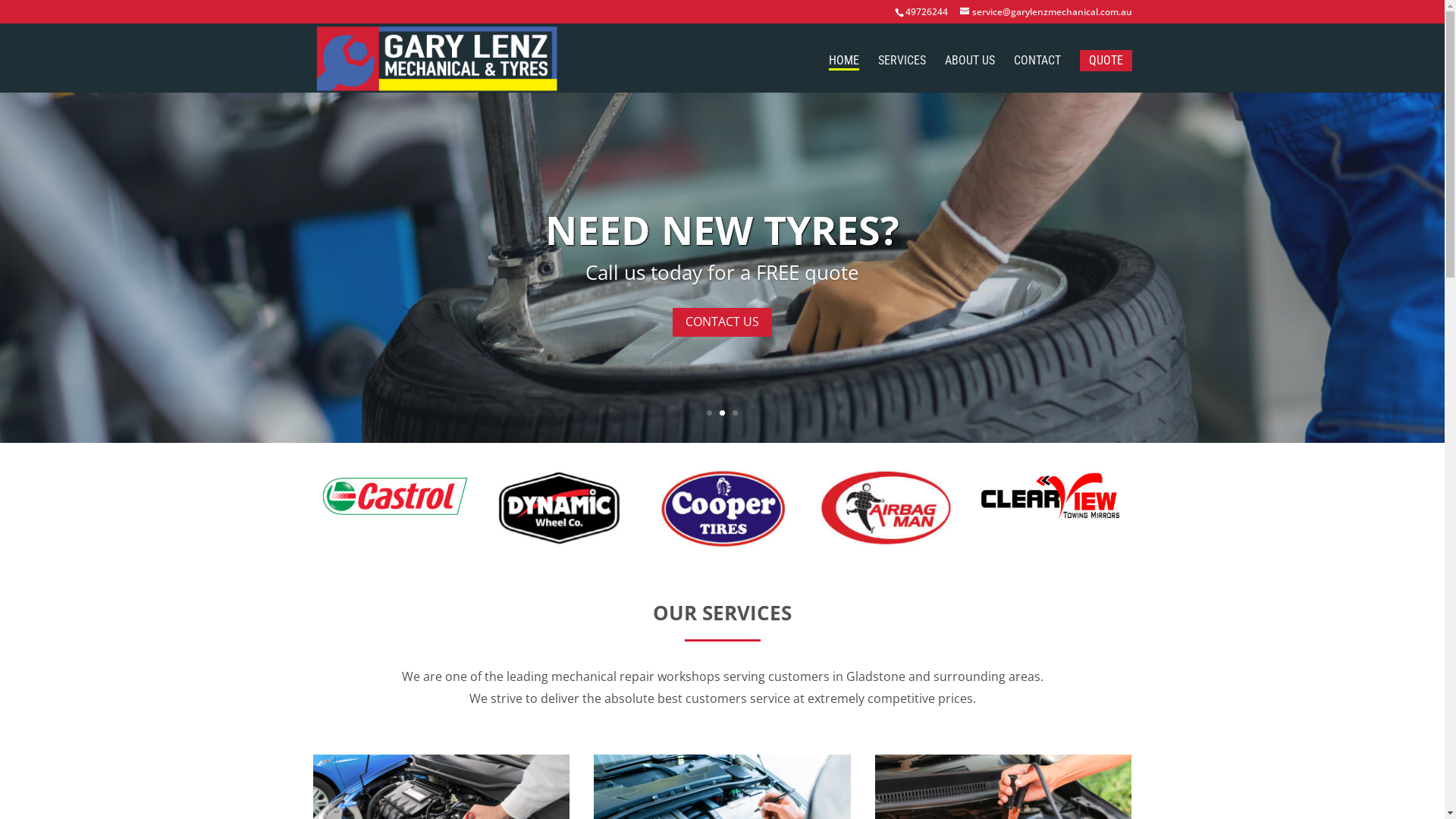 The height and width of the screenshot is (819, 1456). What do you see at coordinates (708, 413) in the screenshot?
I see `'1'` at bounding box center [708, 413].